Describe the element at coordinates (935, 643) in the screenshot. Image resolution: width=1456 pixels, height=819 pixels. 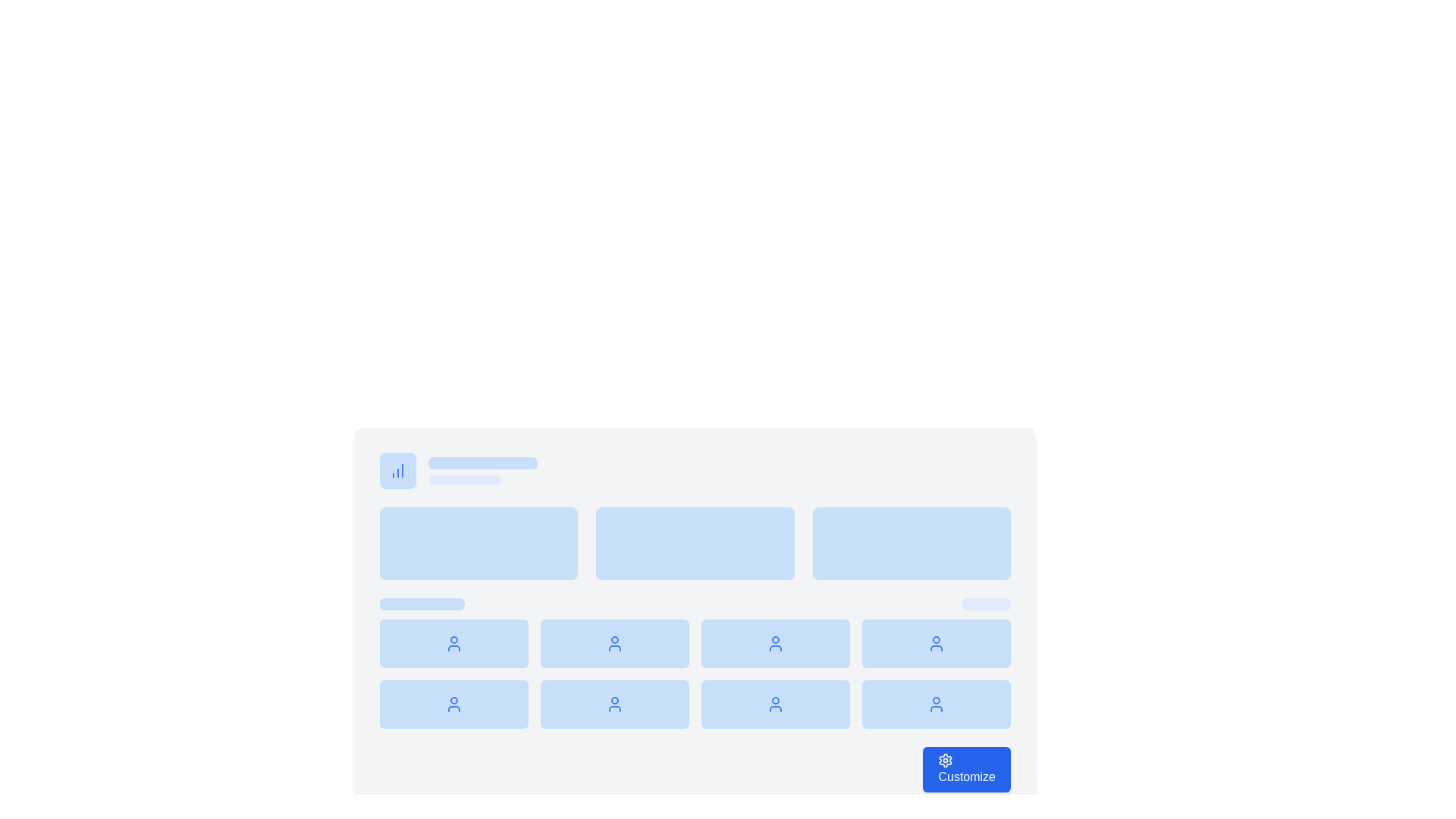
I see `the user profile icon located in the lower-right region of the interface` at that location.